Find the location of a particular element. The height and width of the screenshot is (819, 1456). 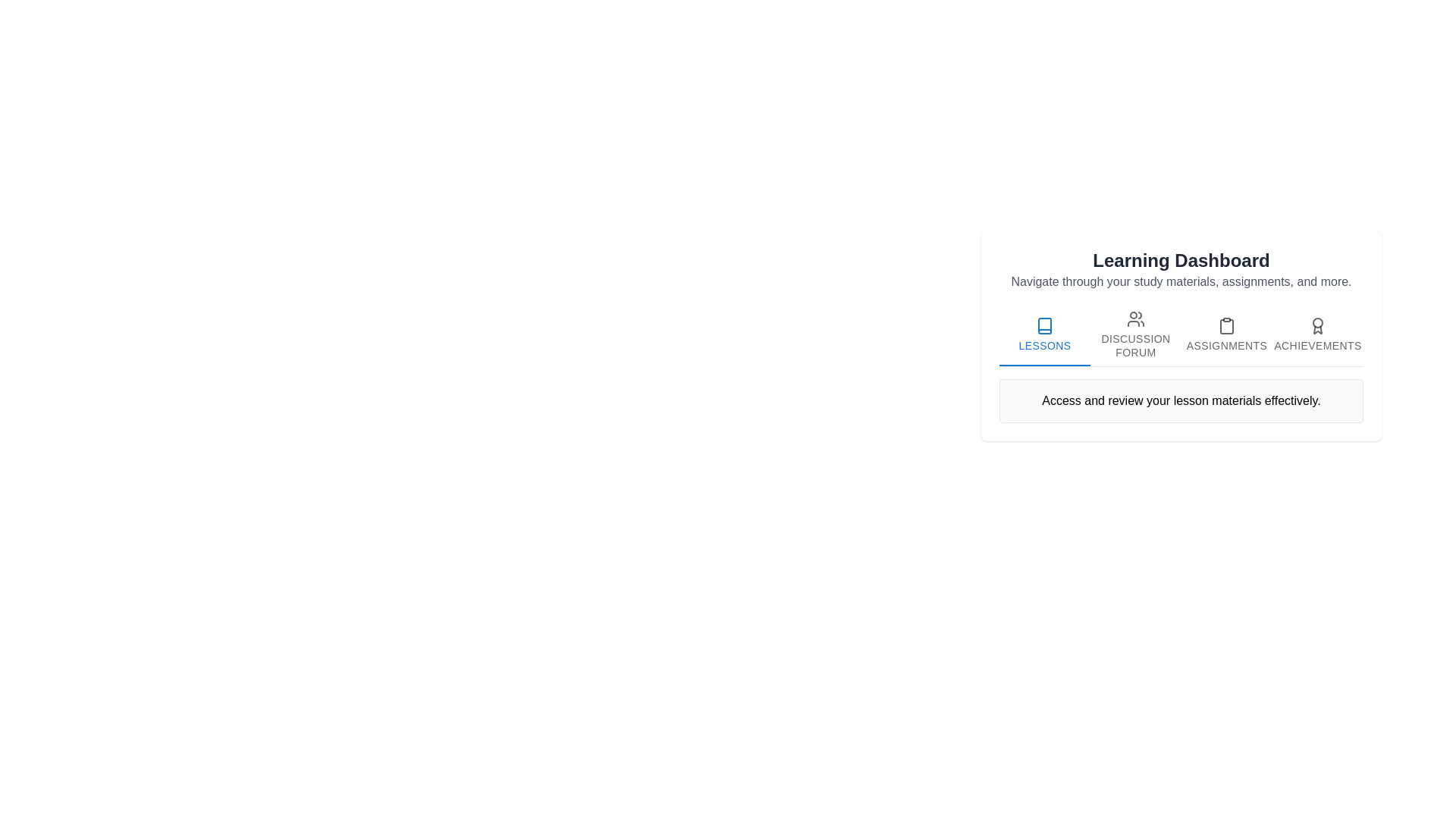

the Informational text block with light gray background that contains the text 'Access and review your lesson materials effectively.' positioned at the bottom of the Learning Dashboard is located at coordinates (1181, 400).